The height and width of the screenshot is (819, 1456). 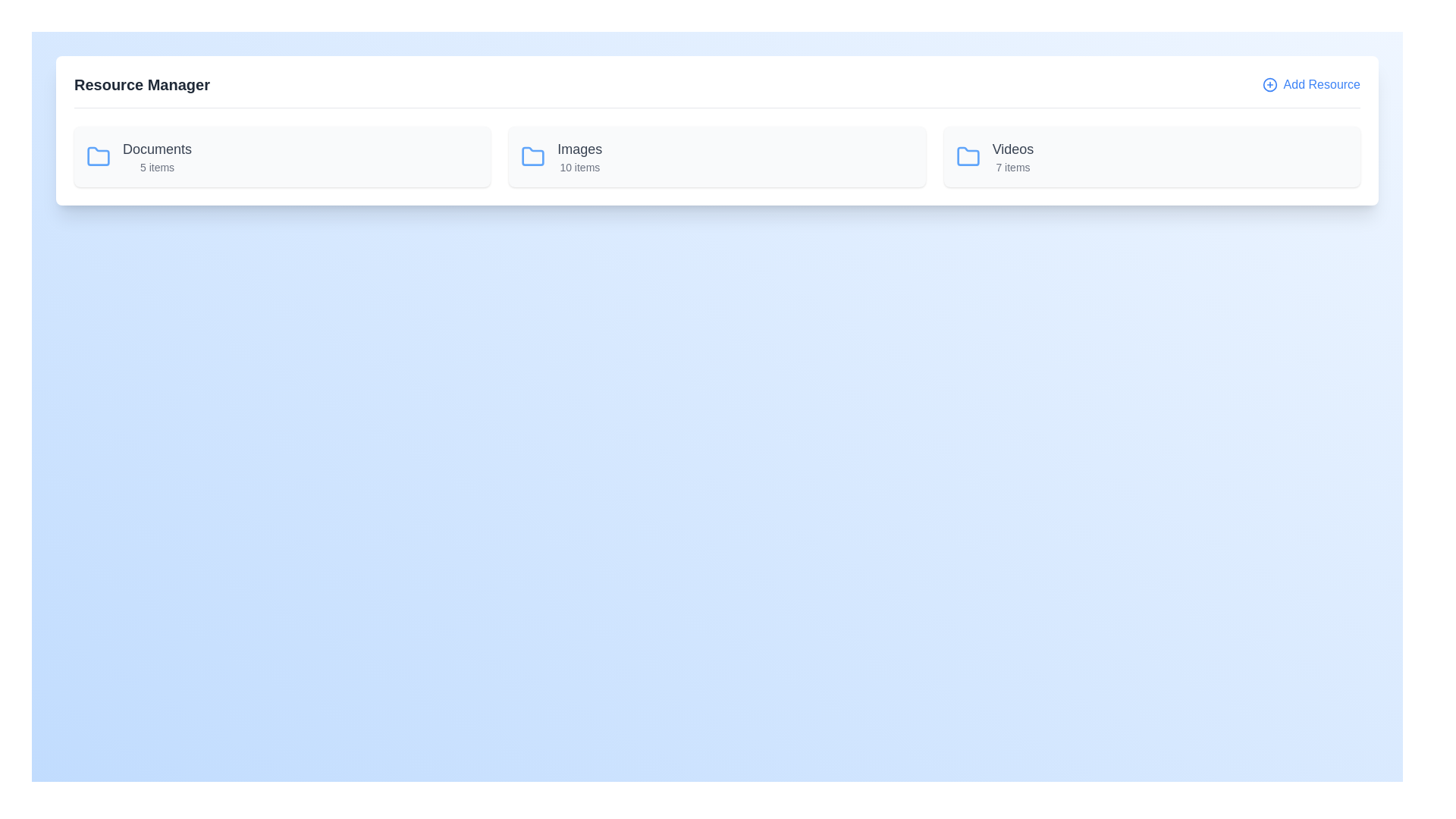 What do you see at coordinates (579, 167) in the screenshot?
I see `text label that displays '10 items', which is styled in a small gray font and located directly below the 'Images' heading in the interface` at bounding box center [579, 167].